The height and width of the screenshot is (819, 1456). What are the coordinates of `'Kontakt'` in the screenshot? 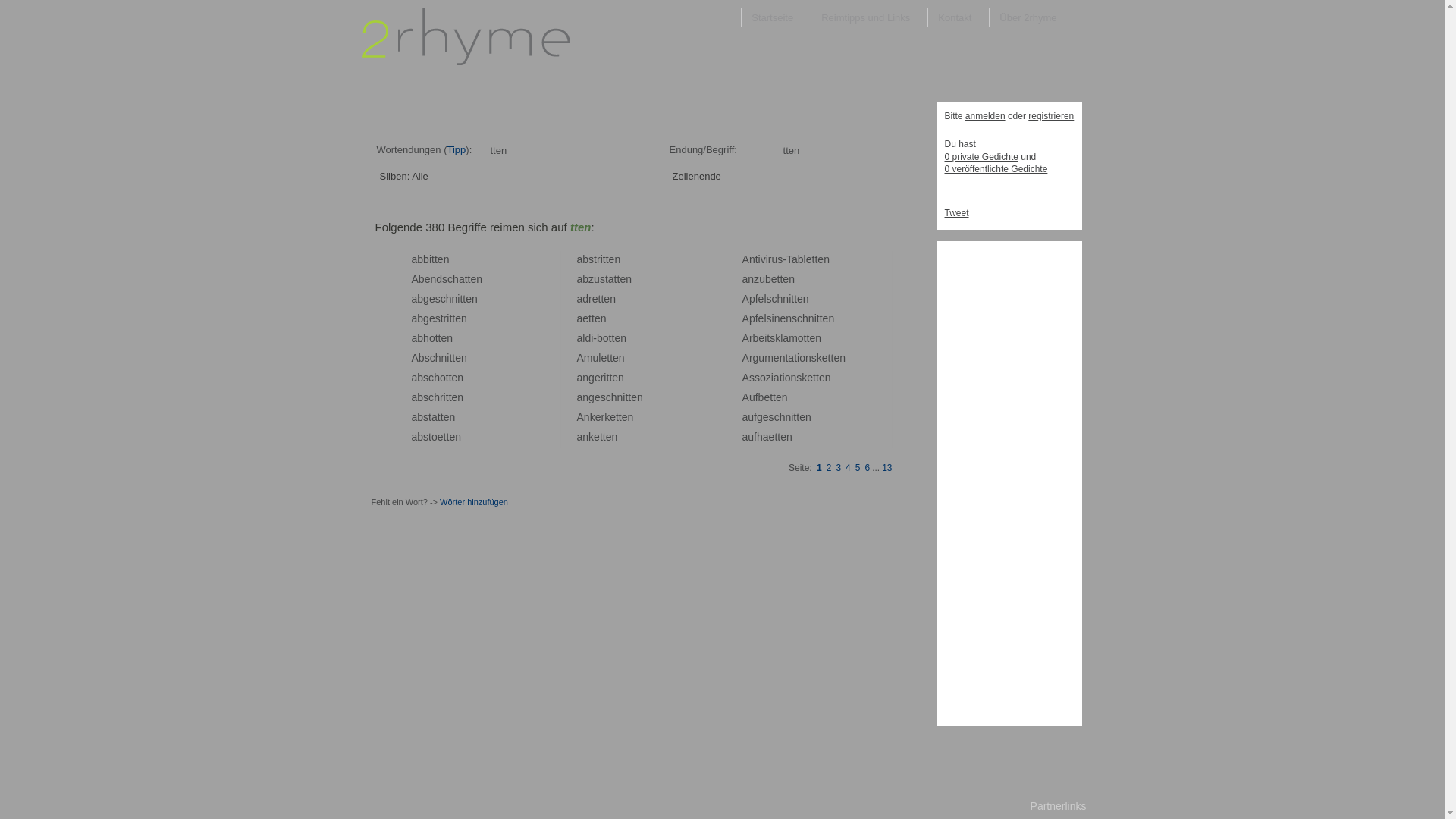 It's located at (957, 17).